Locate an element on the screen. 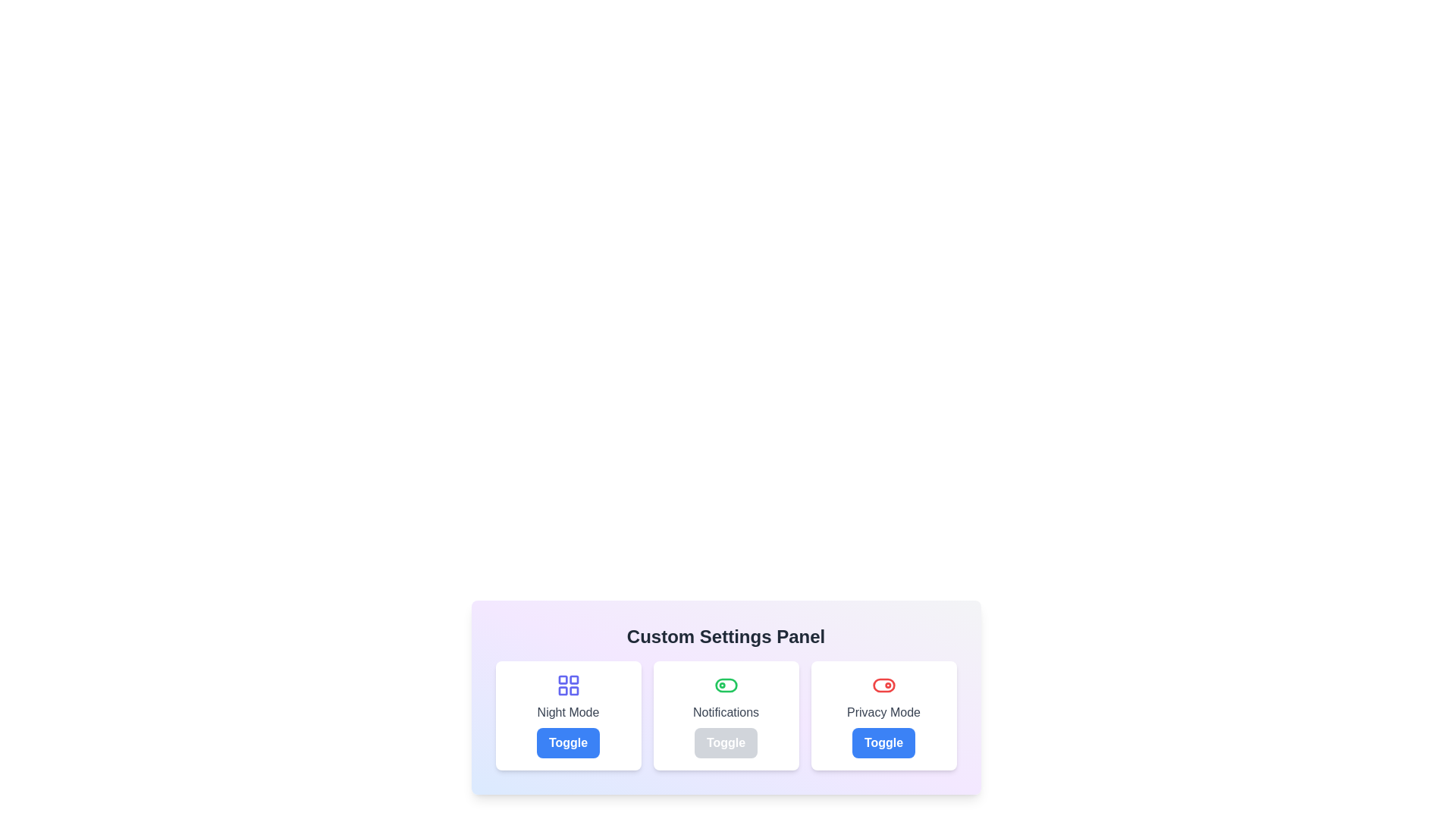 This screenshot has width=1456, height=819. the 'Toggle' button for 'Night Mode' to change its state is located at coordinates (567, 742).